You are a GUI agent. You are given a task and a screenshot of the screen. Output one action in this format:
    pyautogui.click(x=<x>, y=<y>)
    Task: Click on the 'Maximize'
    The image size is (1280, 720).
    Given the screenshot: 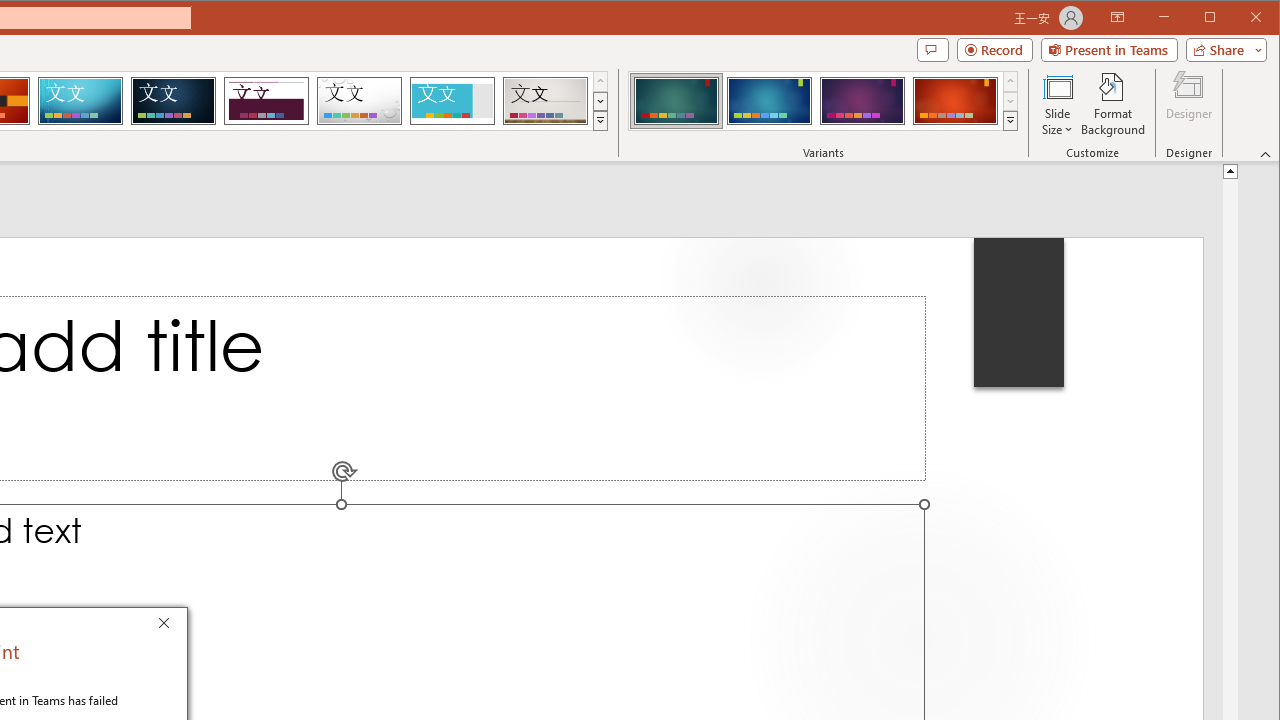 What is the action you would take?
    pyautogui.click(x=1238, y=19)
    